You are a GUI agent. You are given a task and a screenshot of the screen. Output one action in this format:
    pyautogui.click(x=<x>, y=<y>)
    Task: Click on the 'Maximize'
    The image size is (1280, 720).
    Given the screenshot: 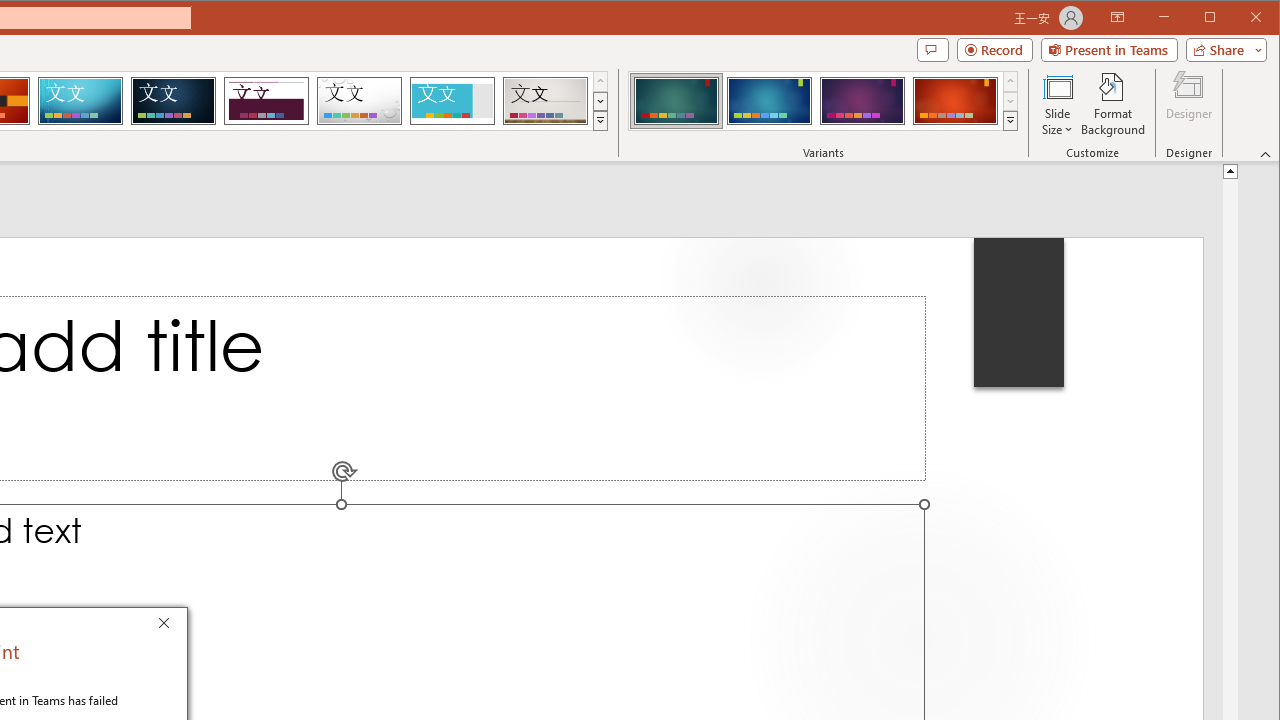 What is the action you would take?
    pyautogui.click(x=1238, y=19)
    